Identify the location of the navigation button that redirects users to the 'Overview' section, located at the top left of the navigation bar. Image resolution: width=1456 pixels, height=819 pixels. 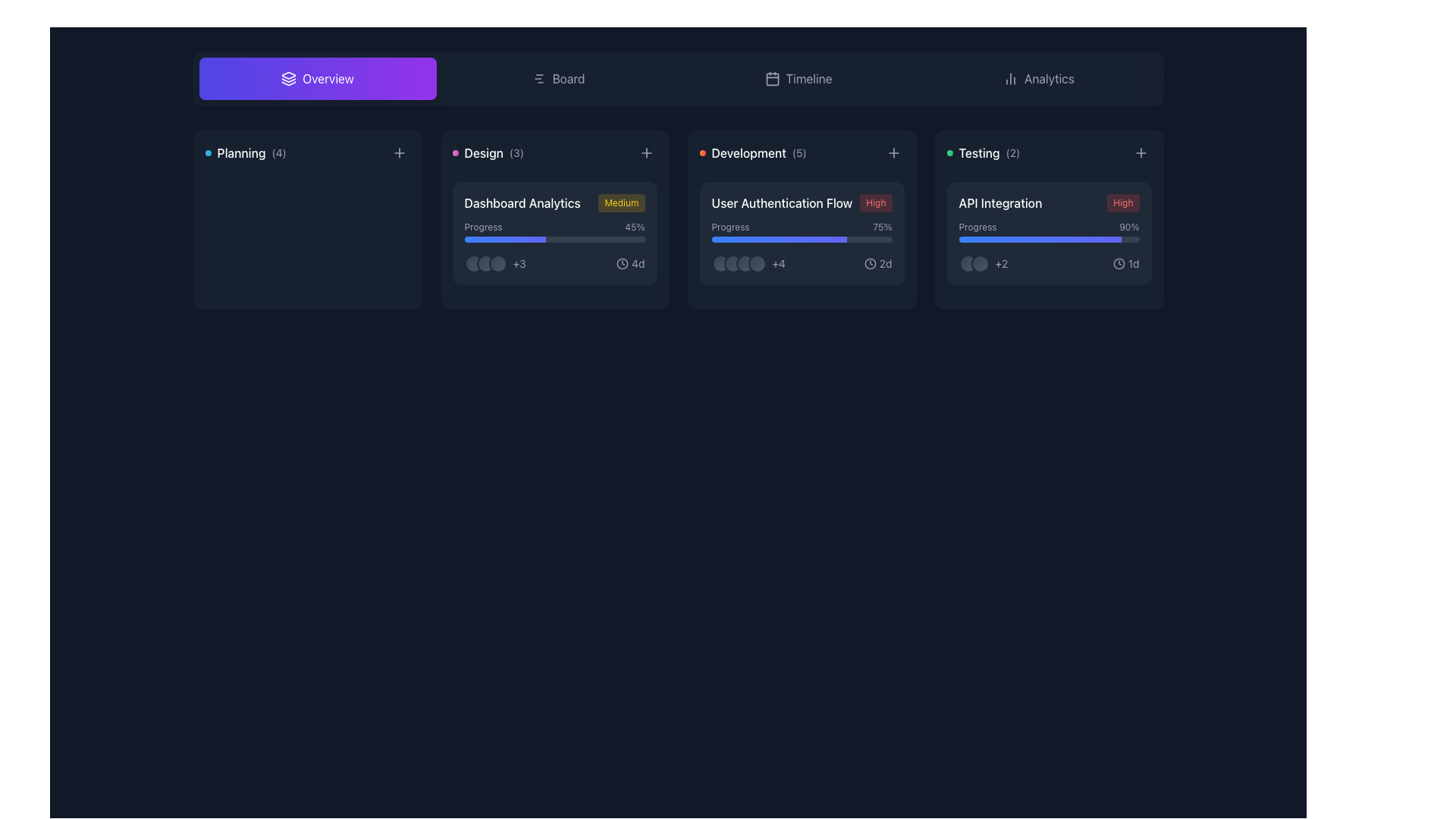
(316, 79).